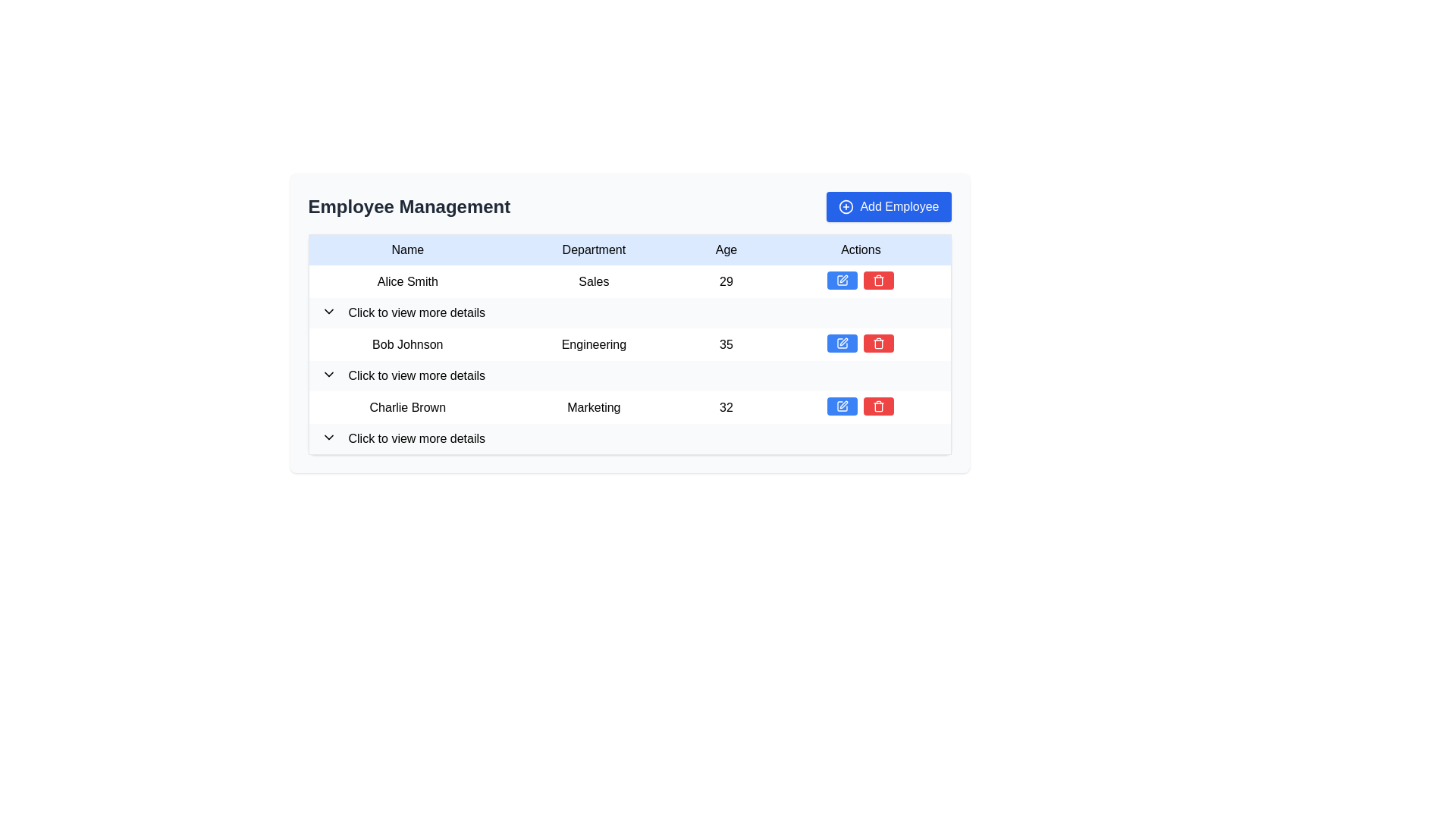  What do you see at coordinates (879, 281) in the screenshot?
I see `the trash bin icon button, which is the second button in the 'Actions' group in the Employee Management table` at bounding box center [879, 281].